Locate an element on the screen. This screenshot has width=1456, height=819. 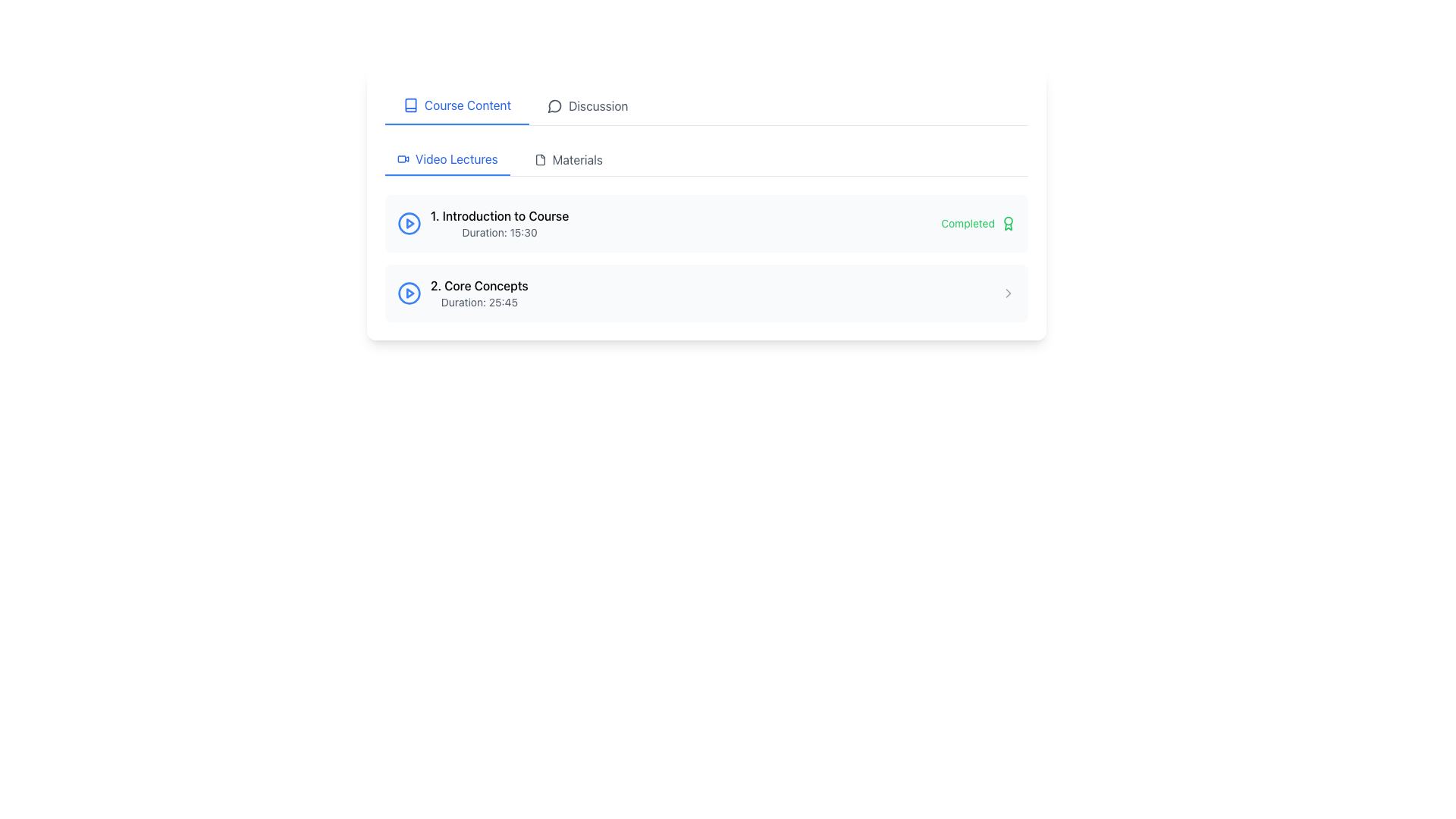
the green award or badge icon located to the right of the 'Completed' text label is located at coordinates (1008, 223).